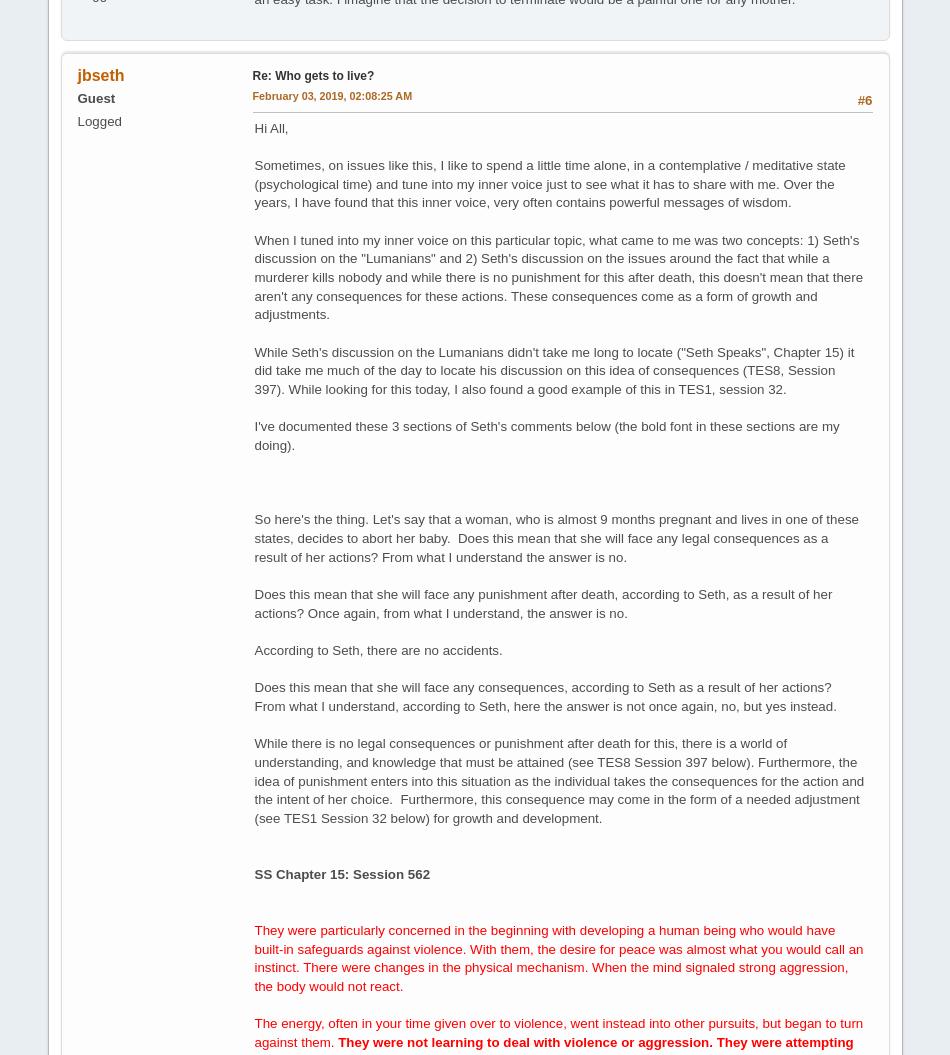  What do you see at coordinates (855, 98) in the screenshot?
I see `'#6'` at bounding box center [855, 98].